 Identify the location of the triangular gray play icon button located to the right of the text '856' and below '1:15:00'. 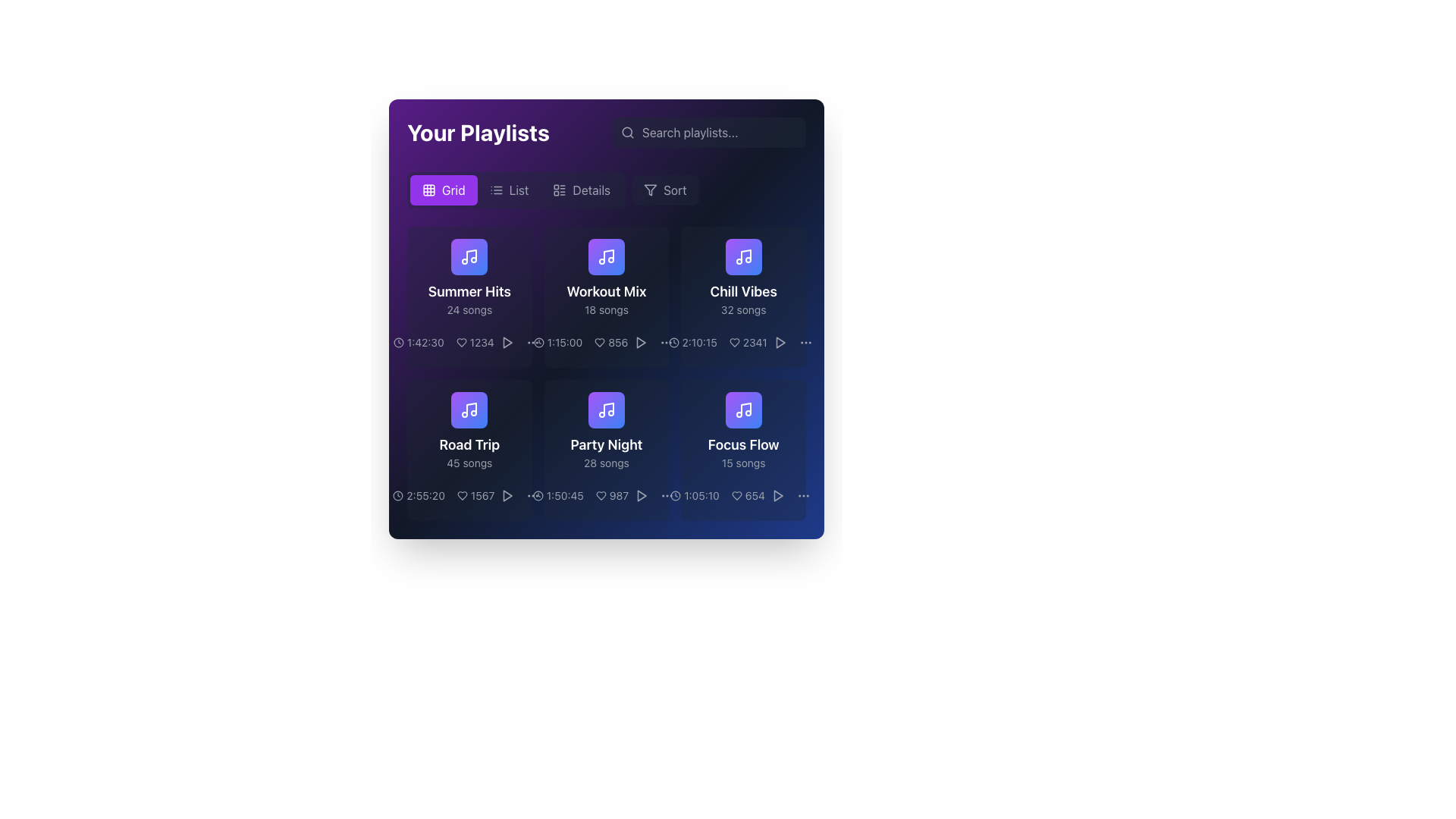
(641, 342).